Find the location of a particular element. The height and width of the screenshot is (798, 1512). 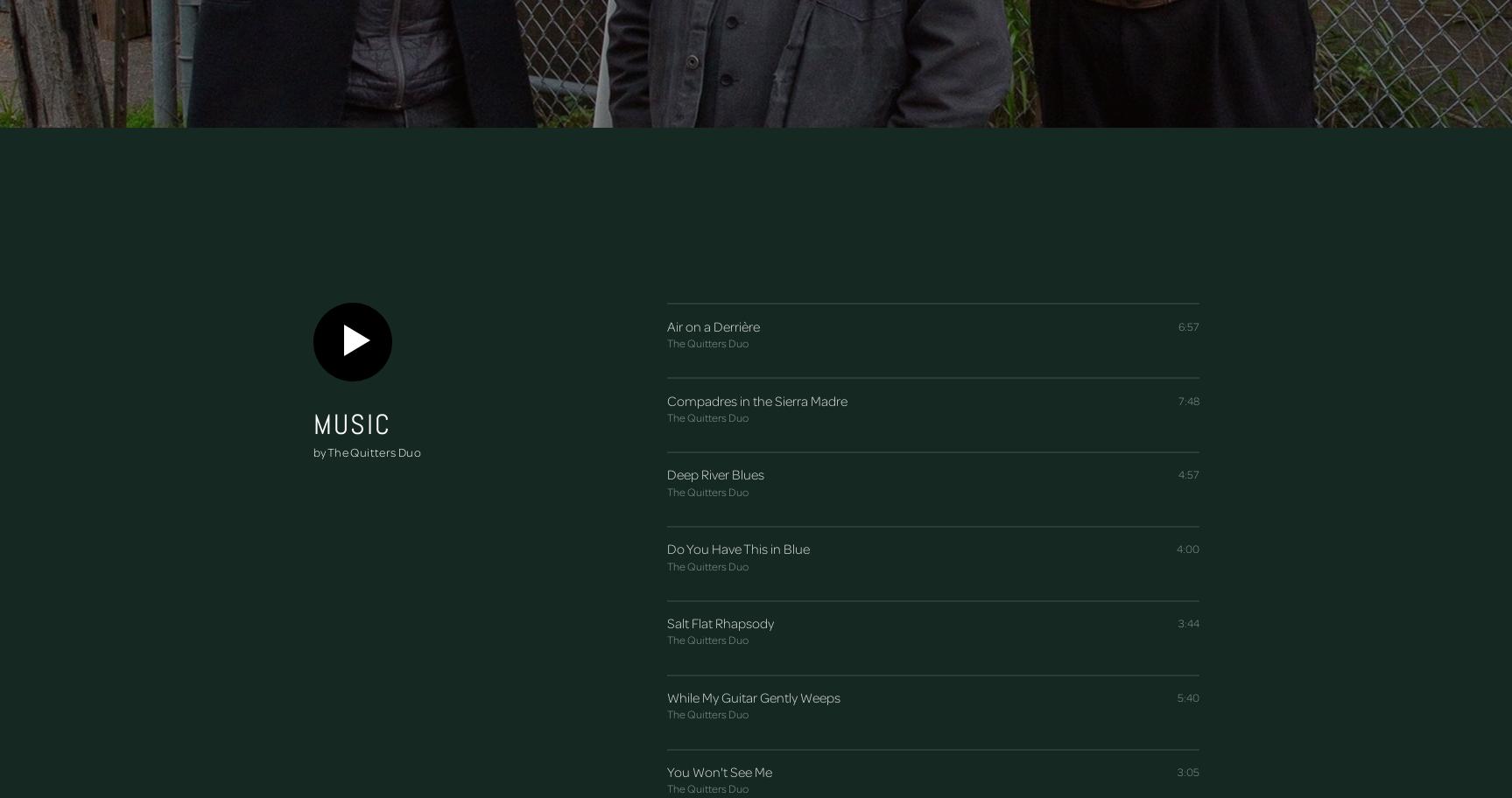

'3:05' is located at coordinates (1187, 770).